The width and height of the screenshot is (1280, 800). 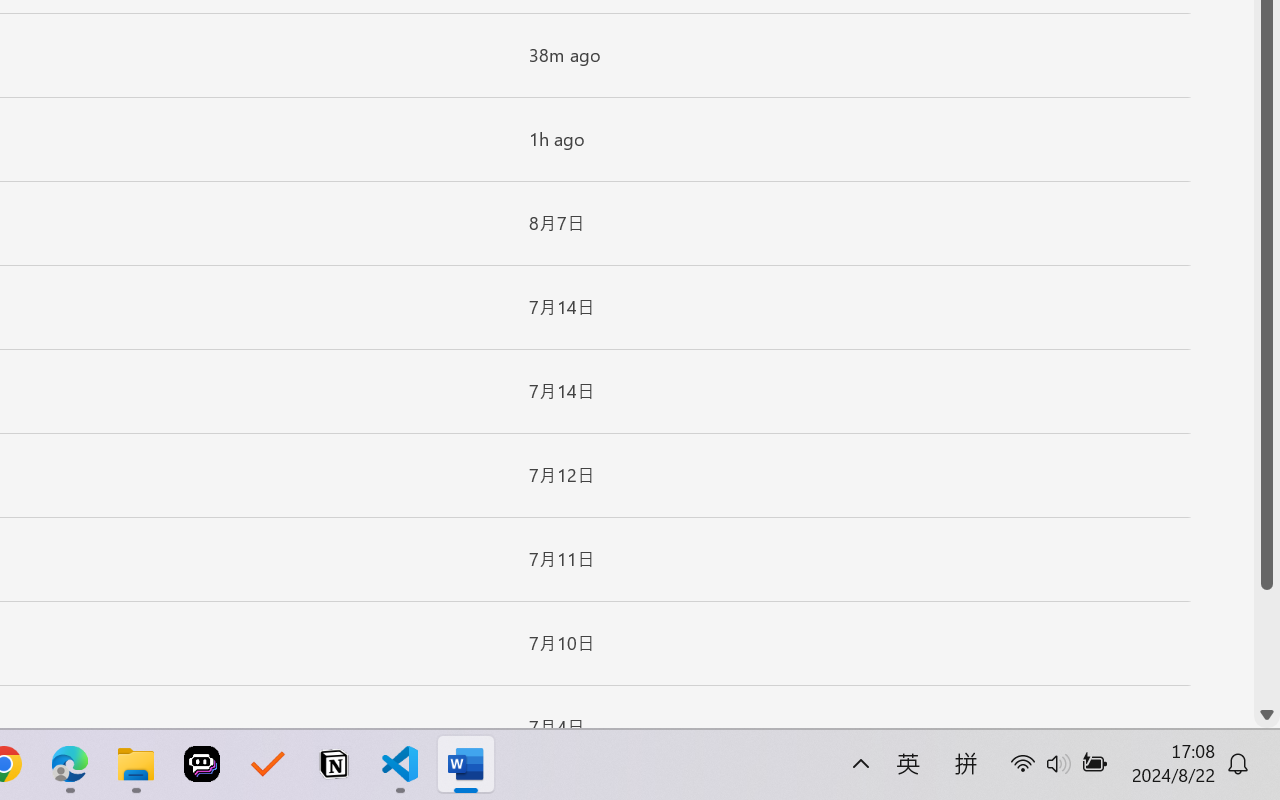 I want to click on 'Line down', so click(x=1266, y=714).